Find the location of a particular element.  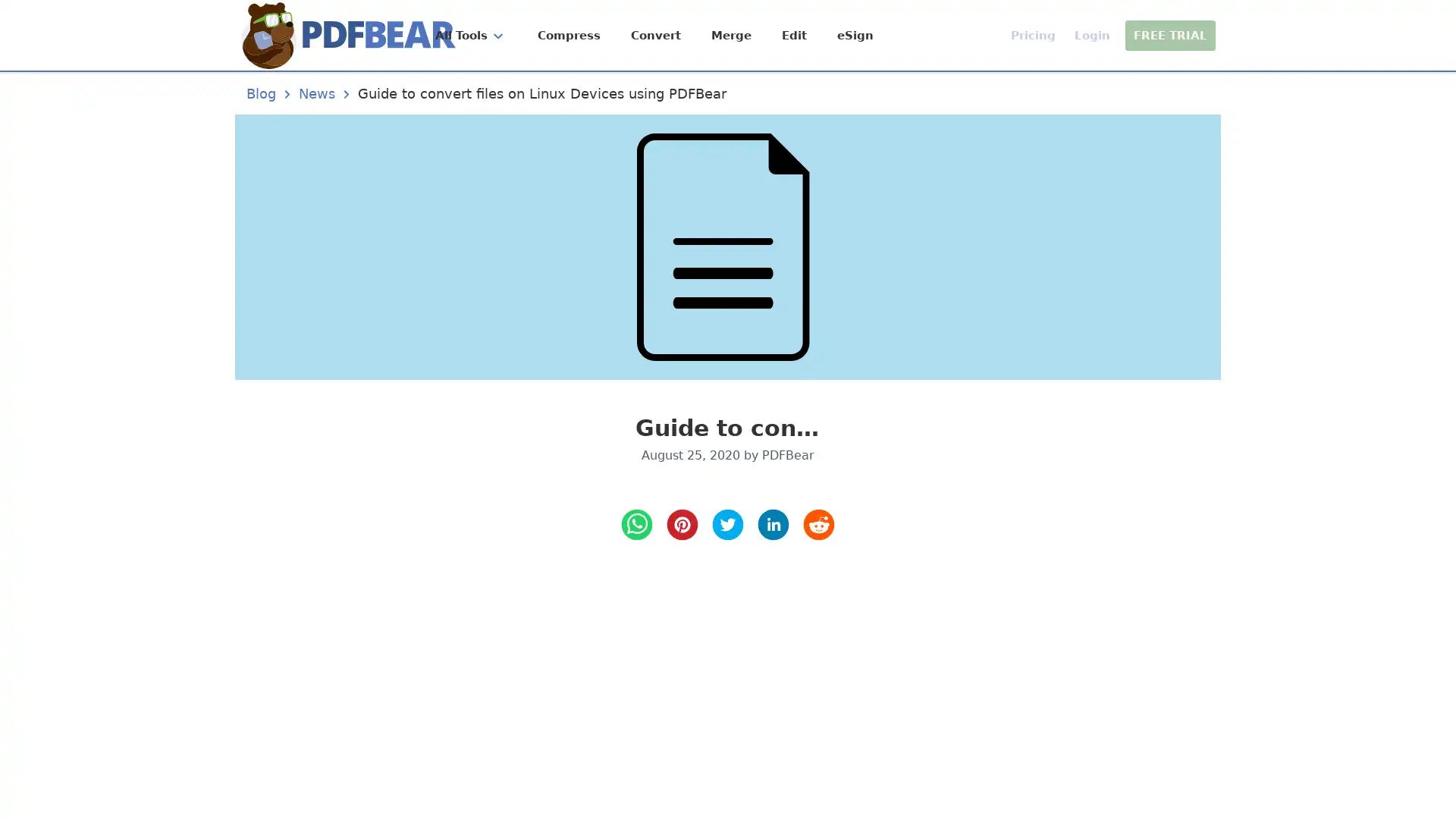

Reddit is located at coordinates (818, 523).